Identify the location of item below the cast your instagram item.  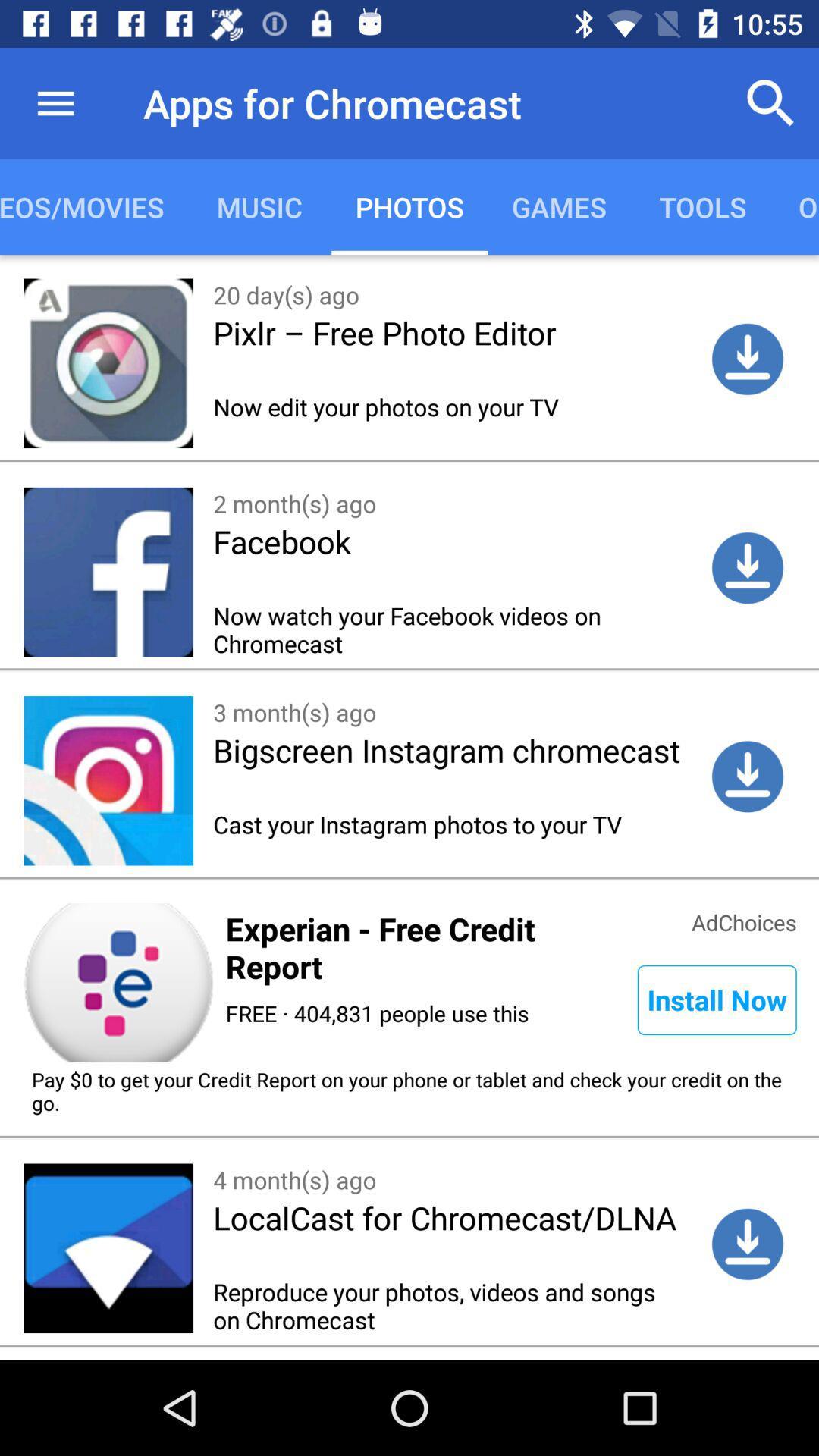
(743, 920).